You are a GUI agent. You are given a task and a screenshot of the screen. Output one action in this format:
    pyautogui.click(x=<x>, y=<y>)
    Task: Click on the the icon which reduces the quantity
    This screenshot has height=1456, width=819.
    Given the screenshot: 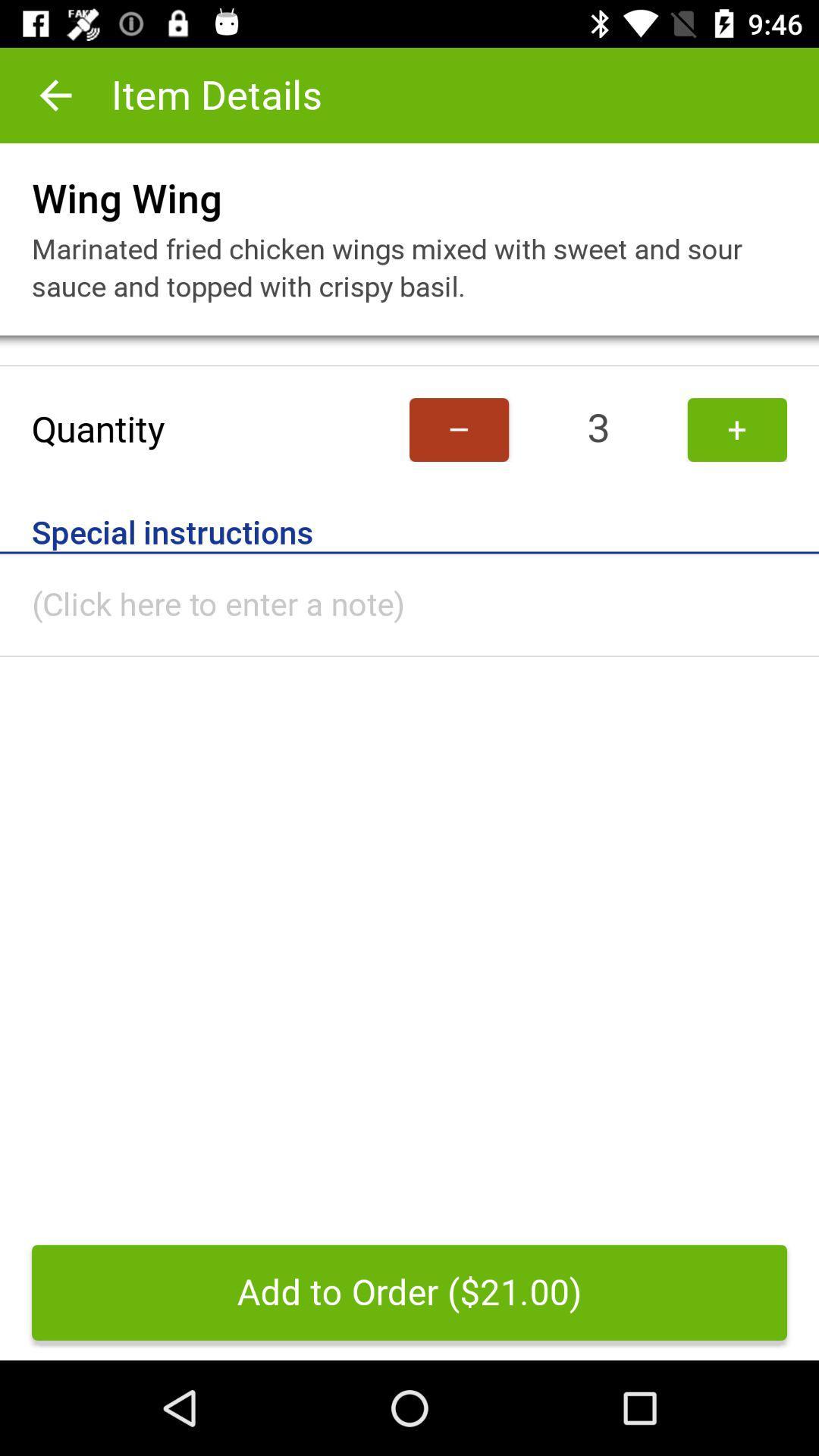 What is the action you would take?
    pyautogui.click(x=458, y=428)
    